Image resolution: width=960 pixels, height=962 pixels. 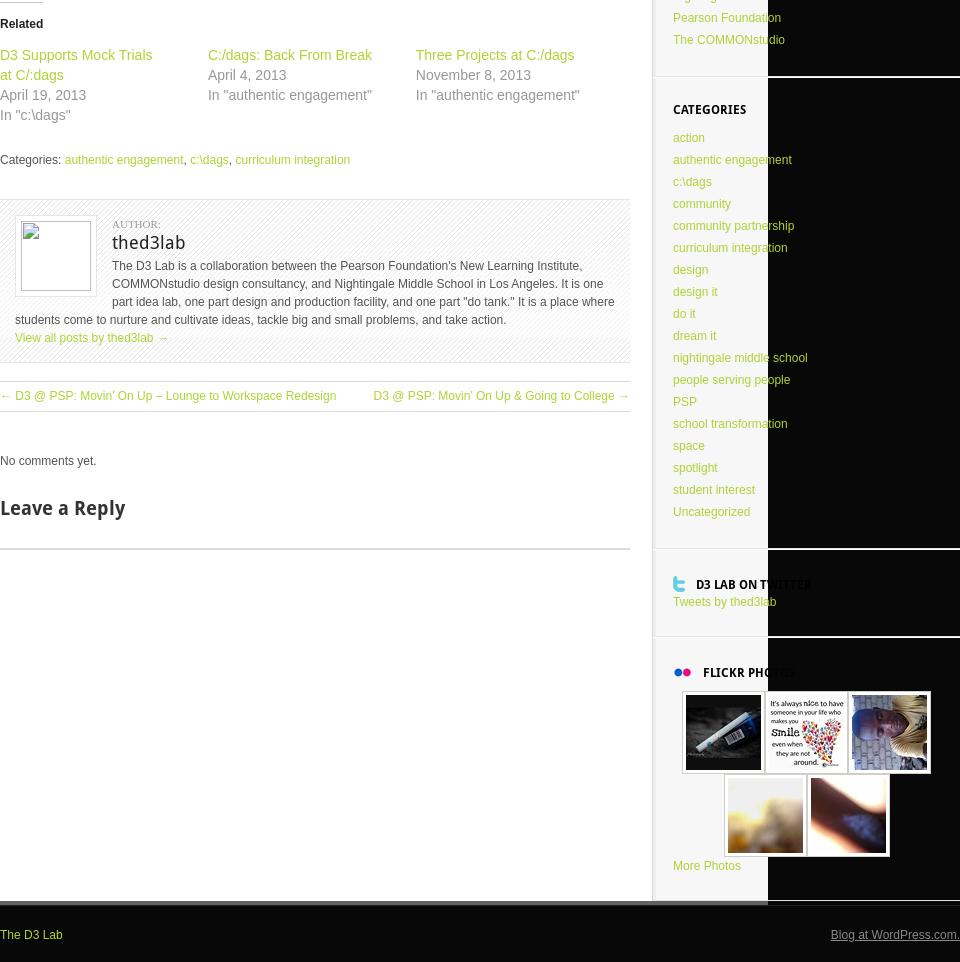 I want to click on 'Categories', so click(x=709, y=108).